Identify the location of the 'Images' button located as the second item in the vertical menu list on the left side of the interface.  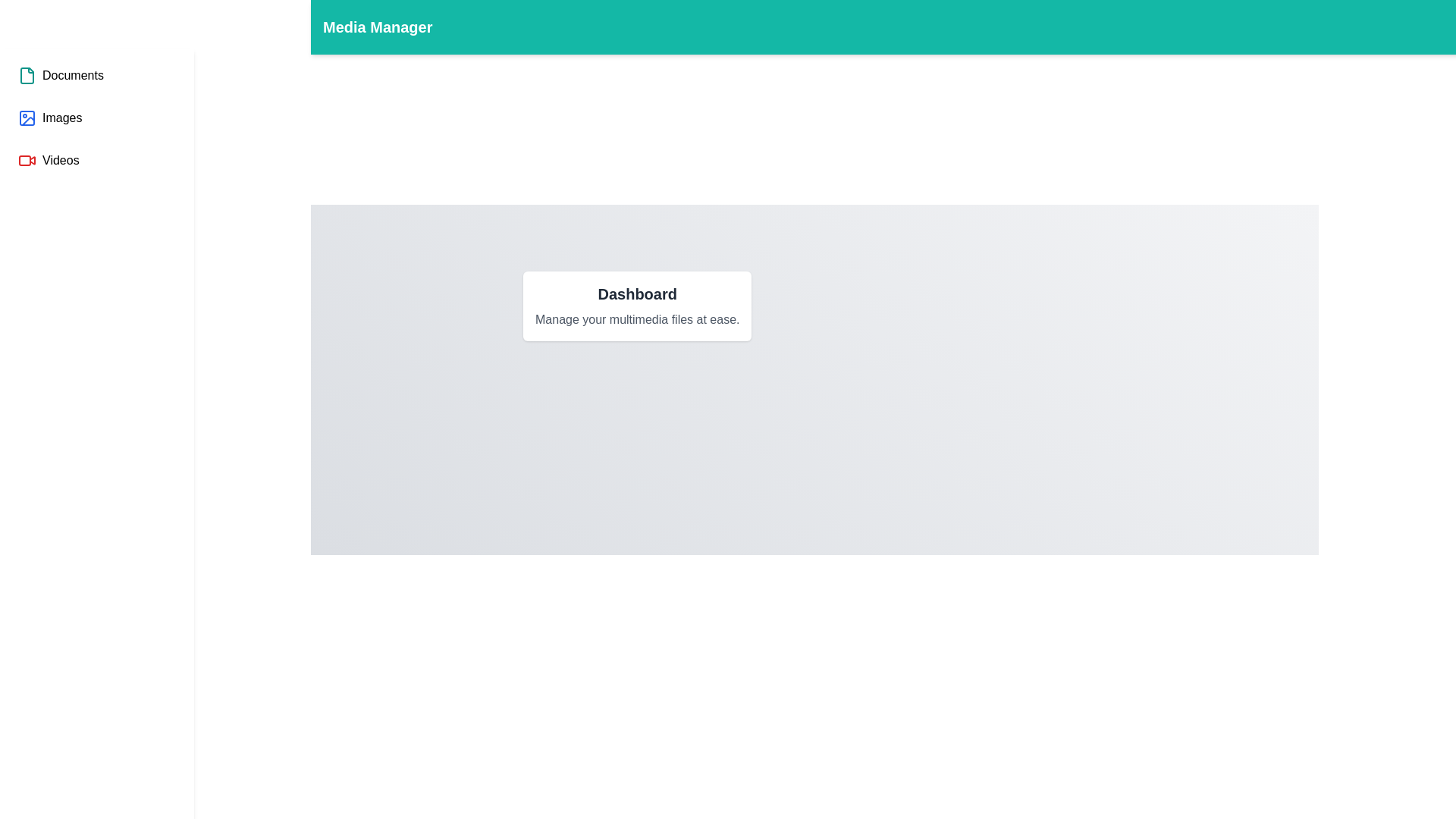
(50, 117).